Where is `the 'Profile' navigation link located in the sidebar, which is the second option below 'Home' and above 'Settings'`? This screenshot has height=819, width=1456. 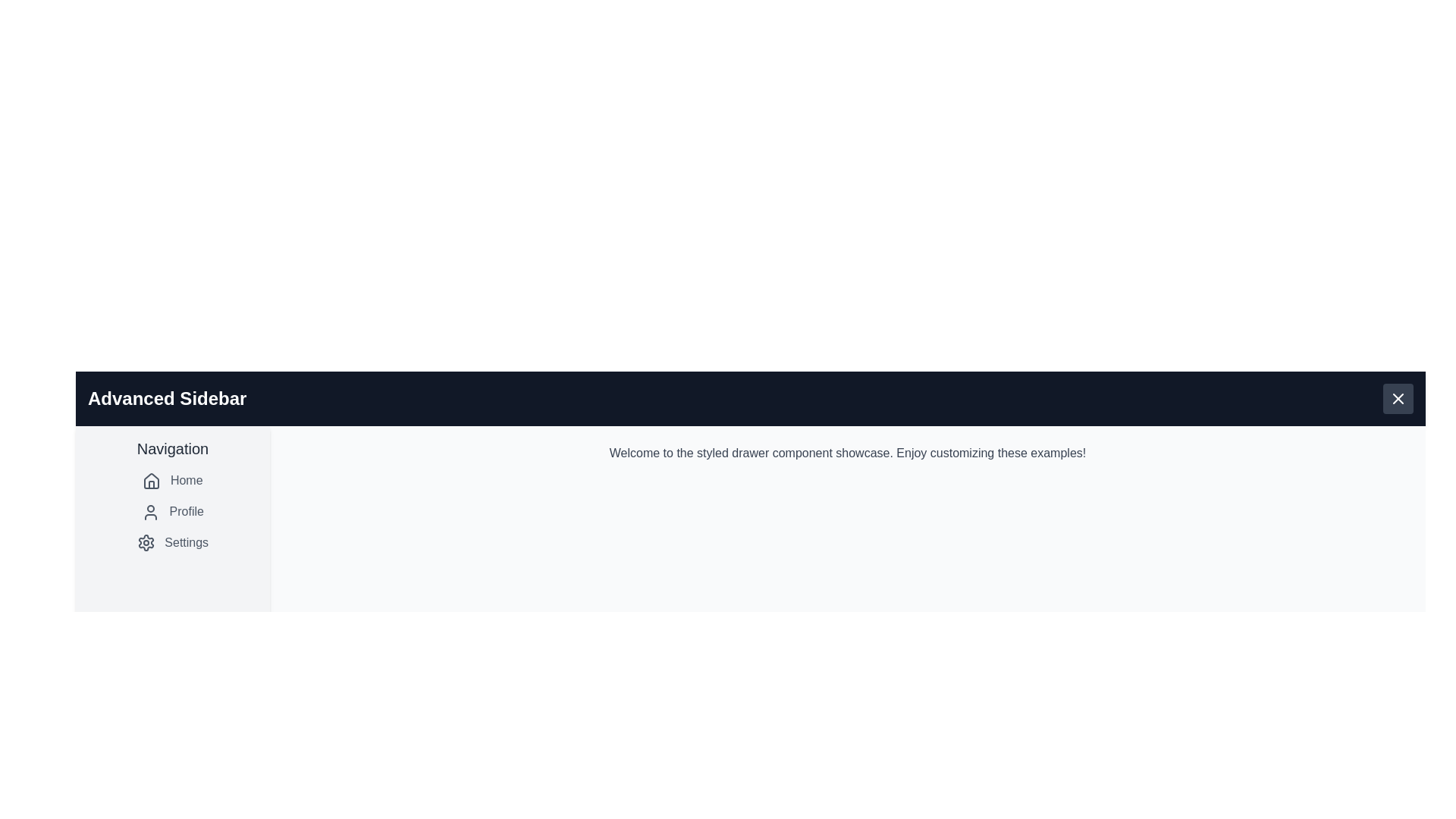 the 'Profile' navigation link located in the sidebar, which is the second option below 'Home' and above 'Settings' is located at coordinates (172, 512).